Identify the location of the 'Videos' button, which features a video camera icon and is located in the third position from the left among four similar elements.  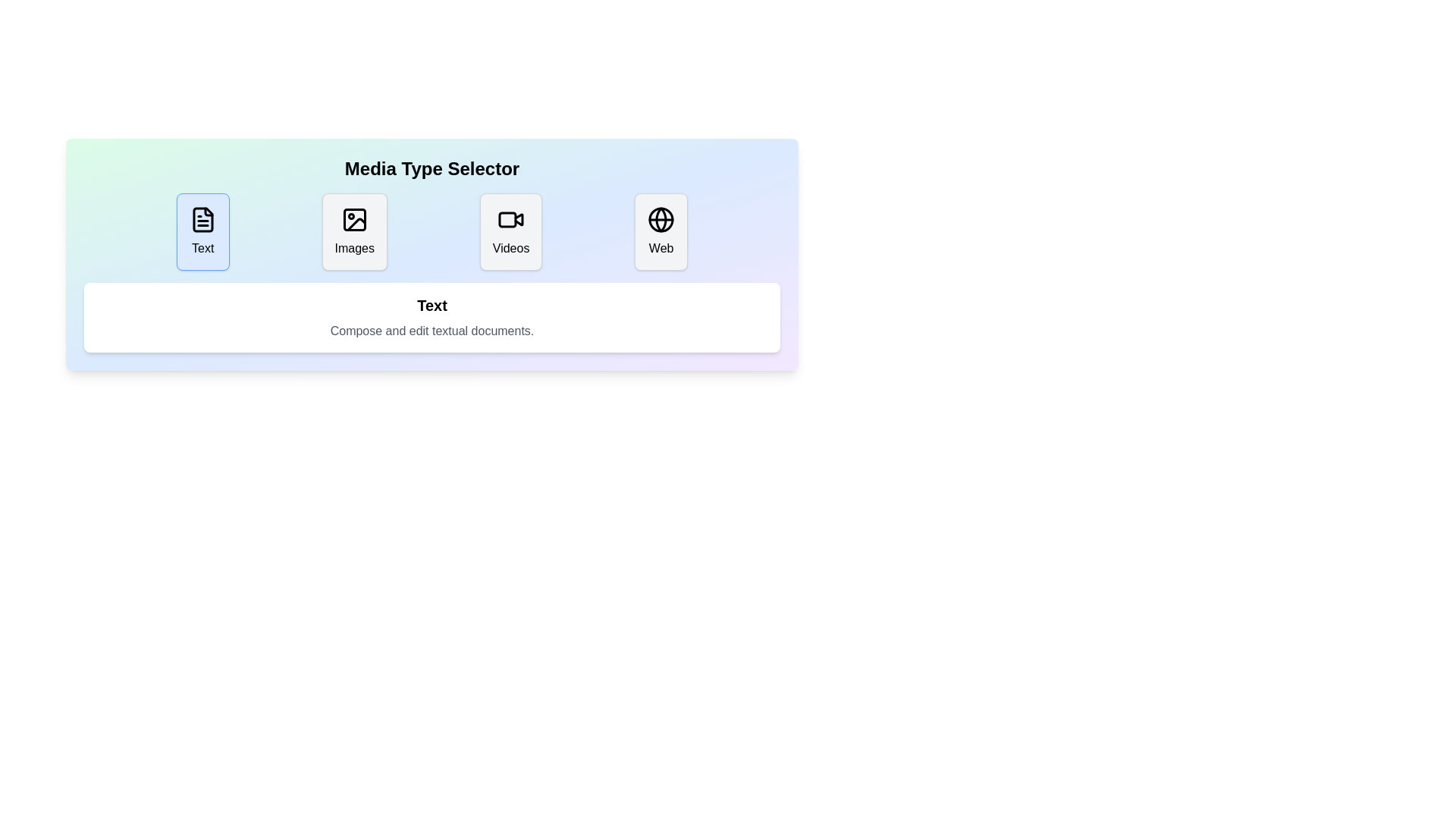
(511, 231).